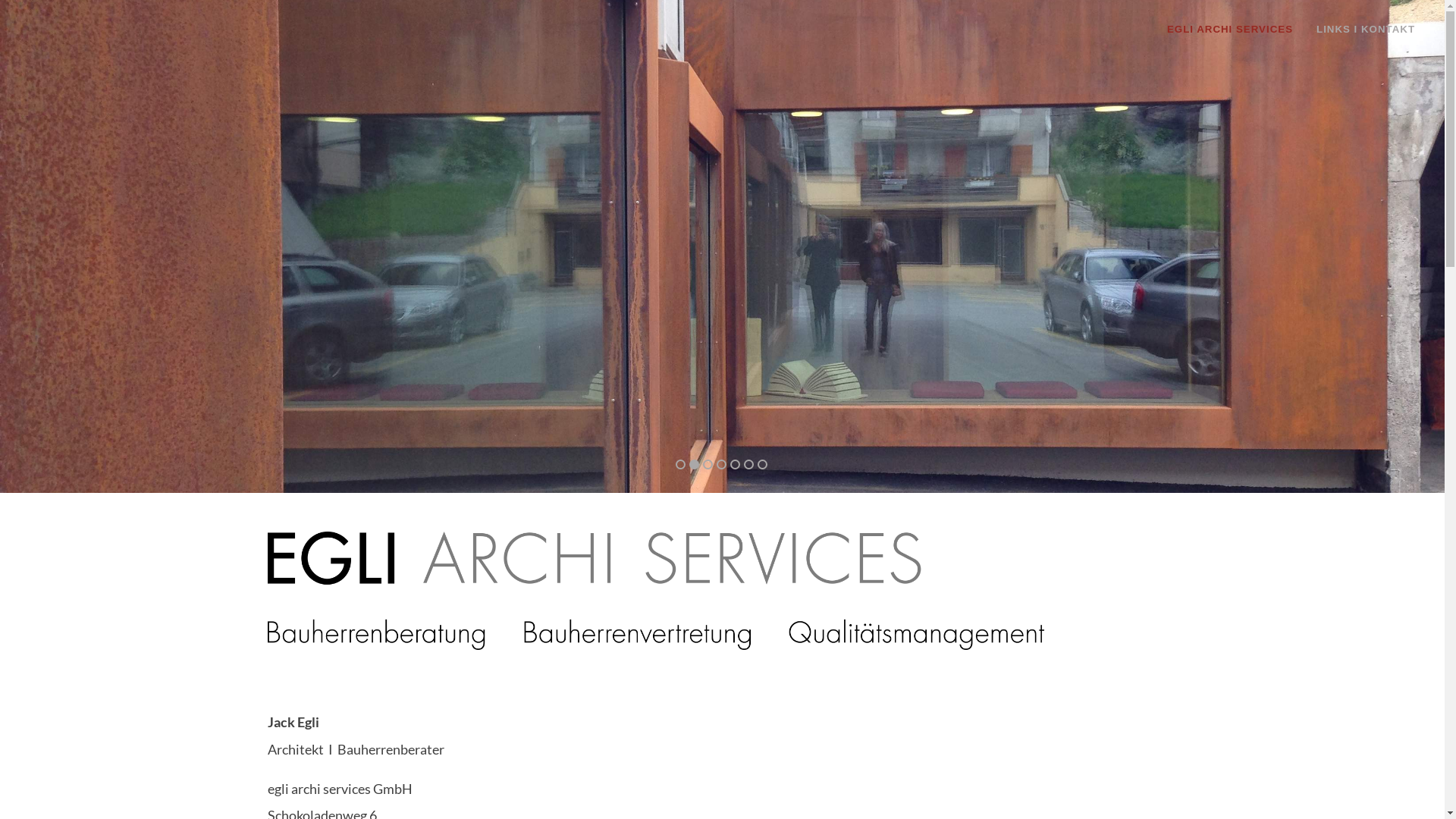  Describe the element at coordinates (762, 463) in the screenshot. I see `'7'` at that location.